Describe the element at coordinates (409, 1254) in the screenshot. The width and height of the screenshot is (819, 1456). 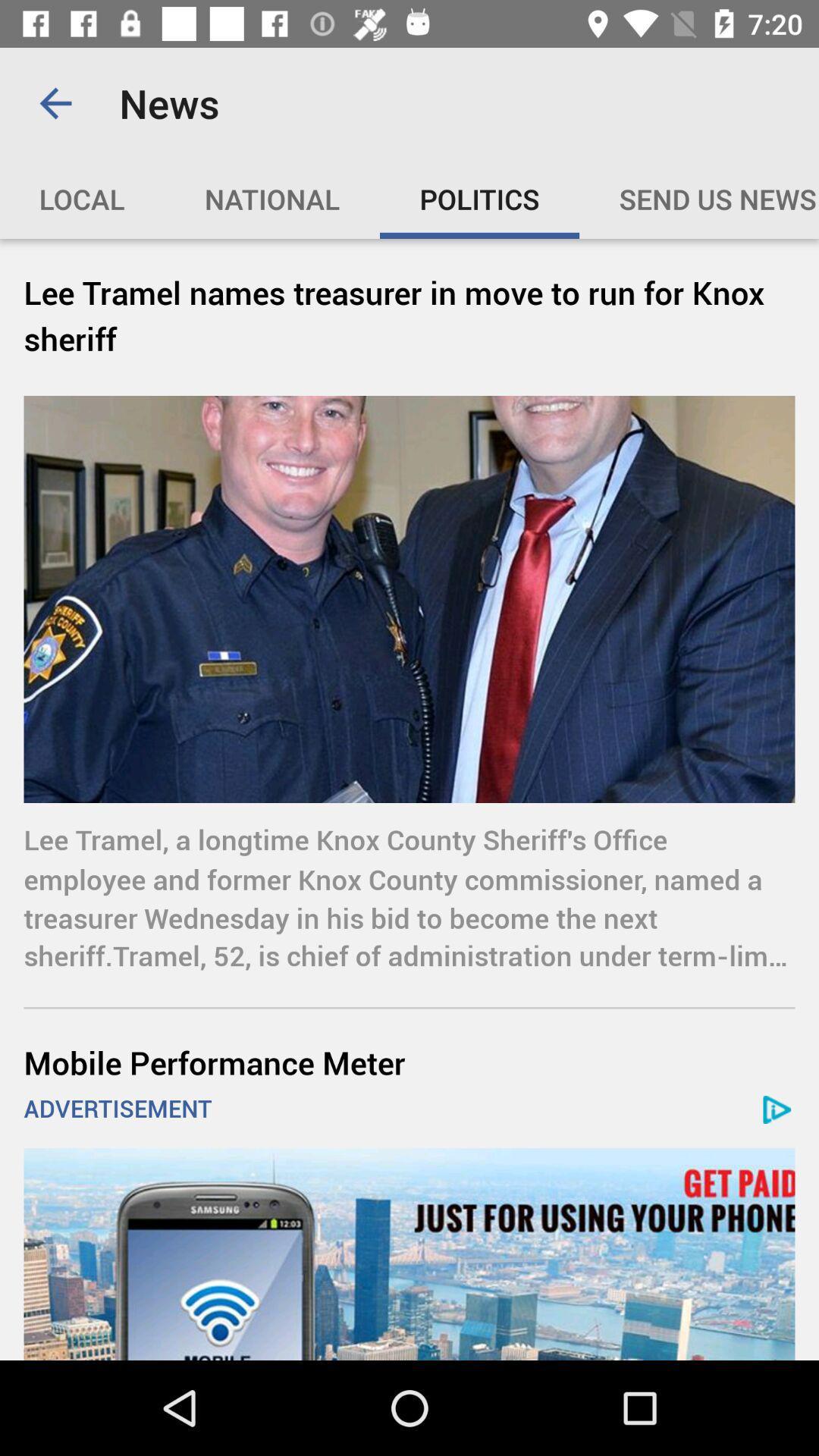
I see `advertising banner button` at that location.